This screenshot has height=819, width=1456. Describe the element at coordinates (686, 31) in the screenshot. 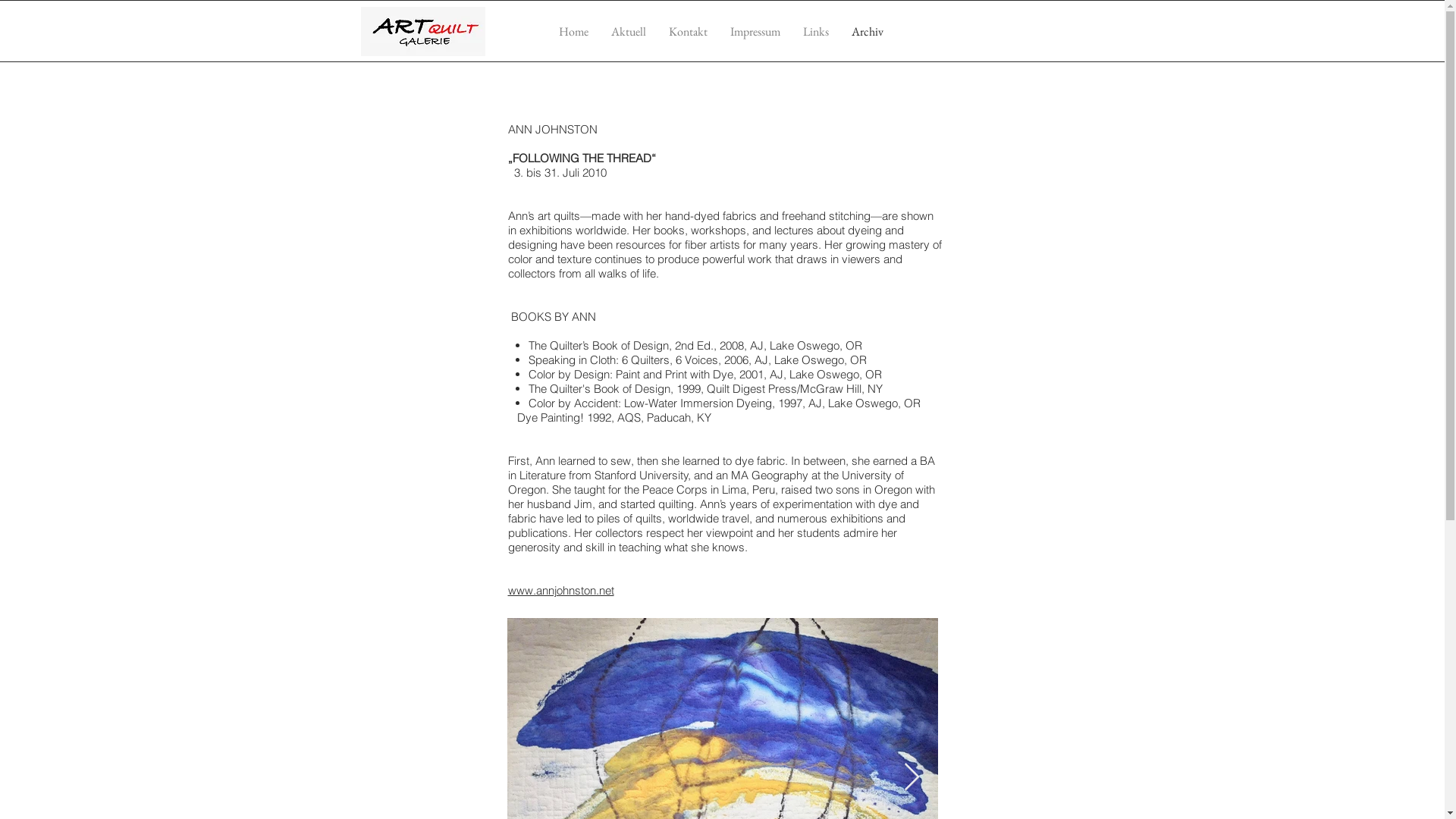

I see `'Kontakt'` at that location.